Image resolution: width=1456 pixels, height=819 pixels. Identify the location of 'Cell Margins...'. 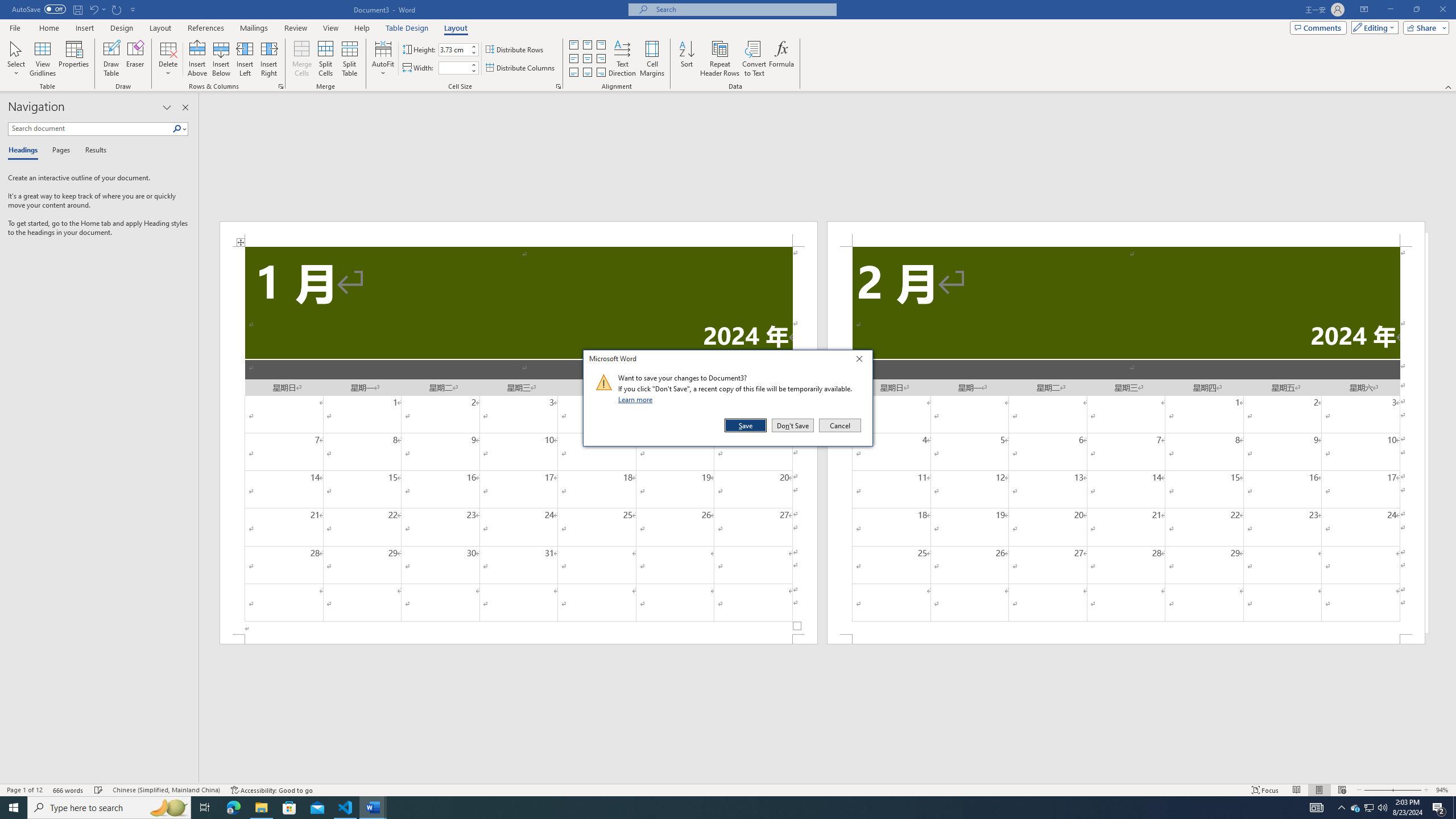
(651, 59).